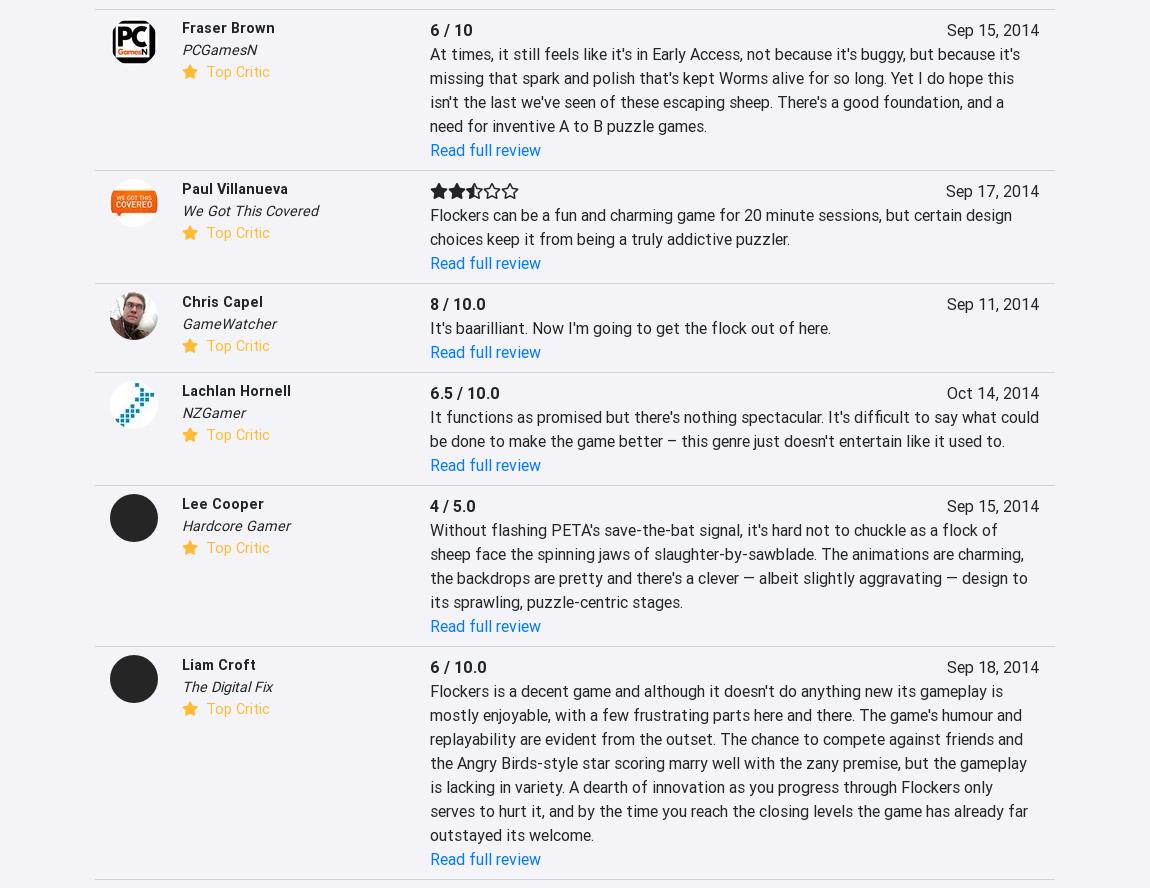 The width and height of the screenshot is (1150, 888). Describe the element at coordinates (451, 504) in the screenshot. I see `'4 / 5.0'` at that location.